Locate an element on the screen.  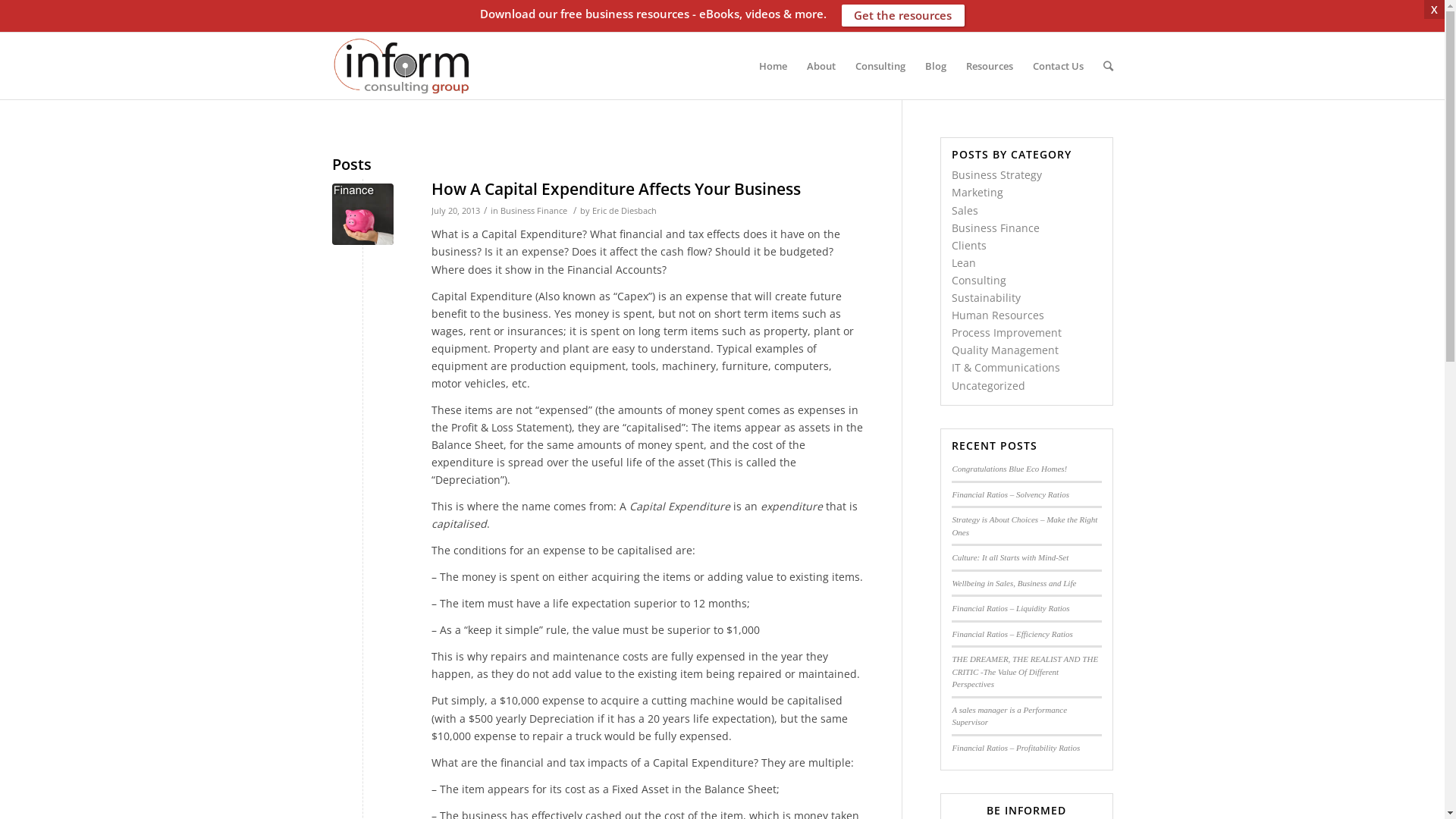
'Get the resources' is located at coordinates (903, 15).